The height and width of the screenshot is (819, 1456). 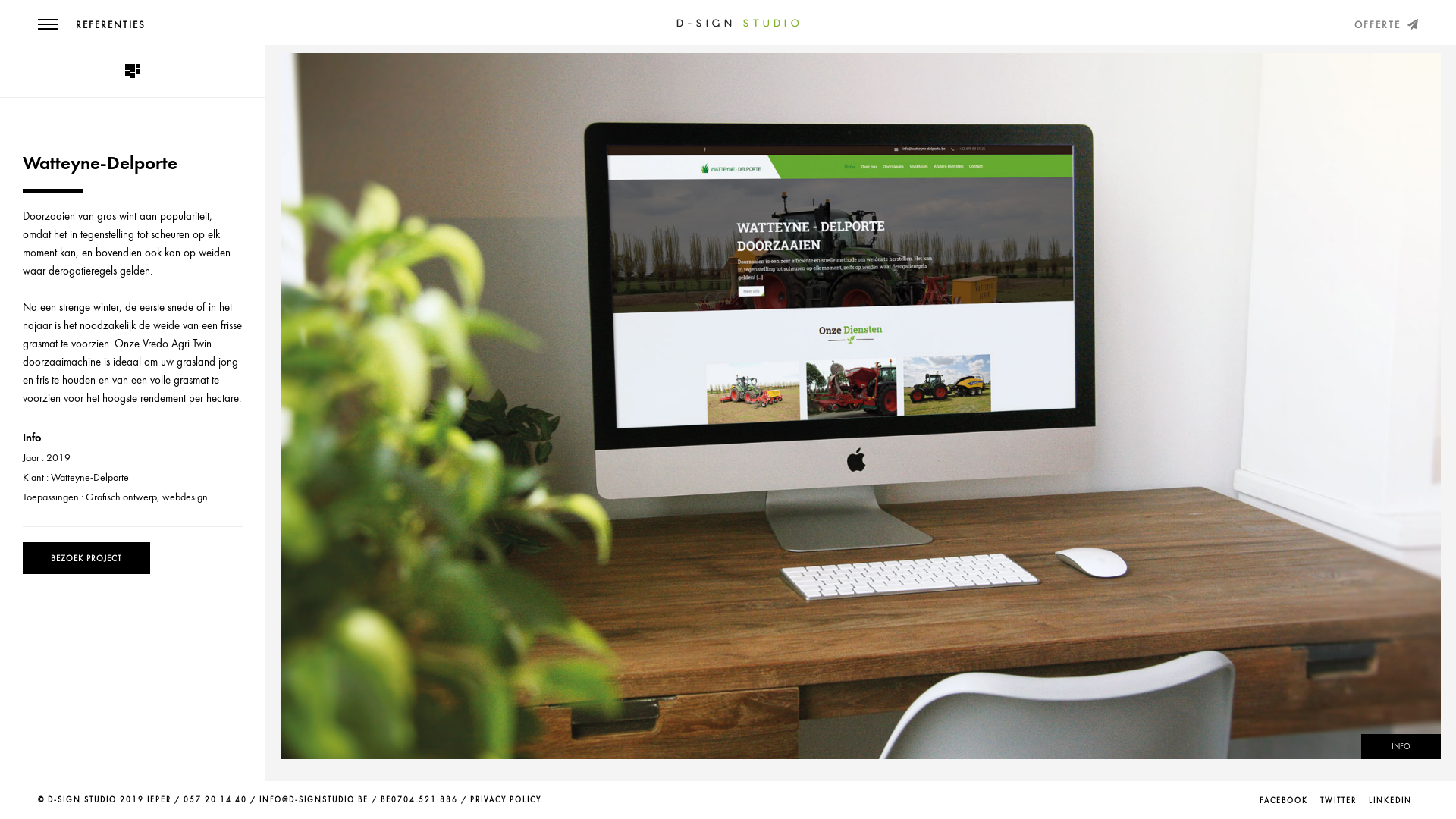 What do you see at coordinates (109, 25) in the screenshot?
I see `'REFERENTIES'` at bounding box center [109, 25].